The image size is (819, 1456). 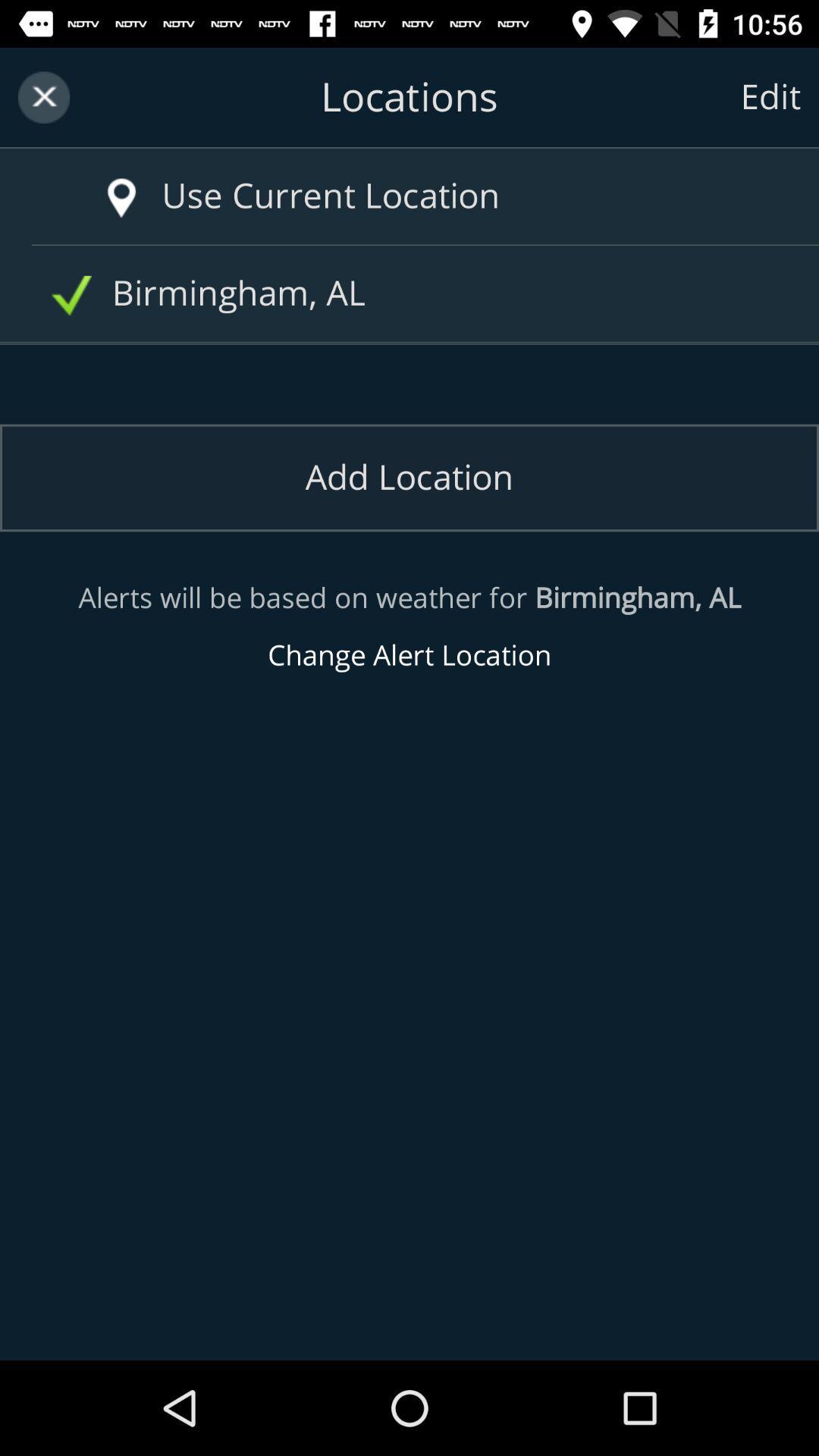 I want to click on use current location, so click(x=441, y=196).